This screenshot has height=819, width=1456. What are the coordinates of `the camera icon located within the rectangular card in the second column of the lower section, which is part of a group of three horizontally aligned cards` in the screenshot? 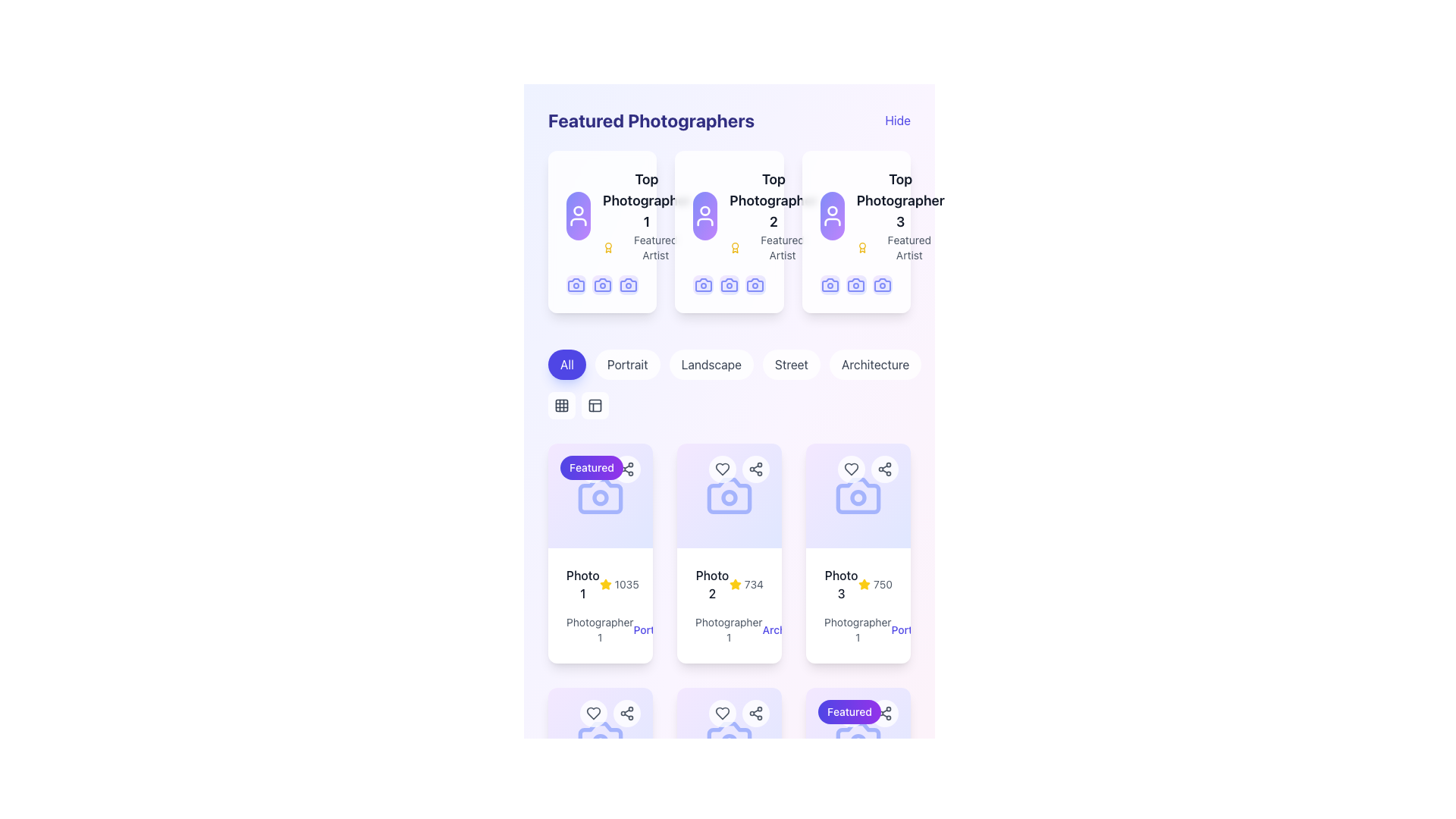 It's located at (729, 496).